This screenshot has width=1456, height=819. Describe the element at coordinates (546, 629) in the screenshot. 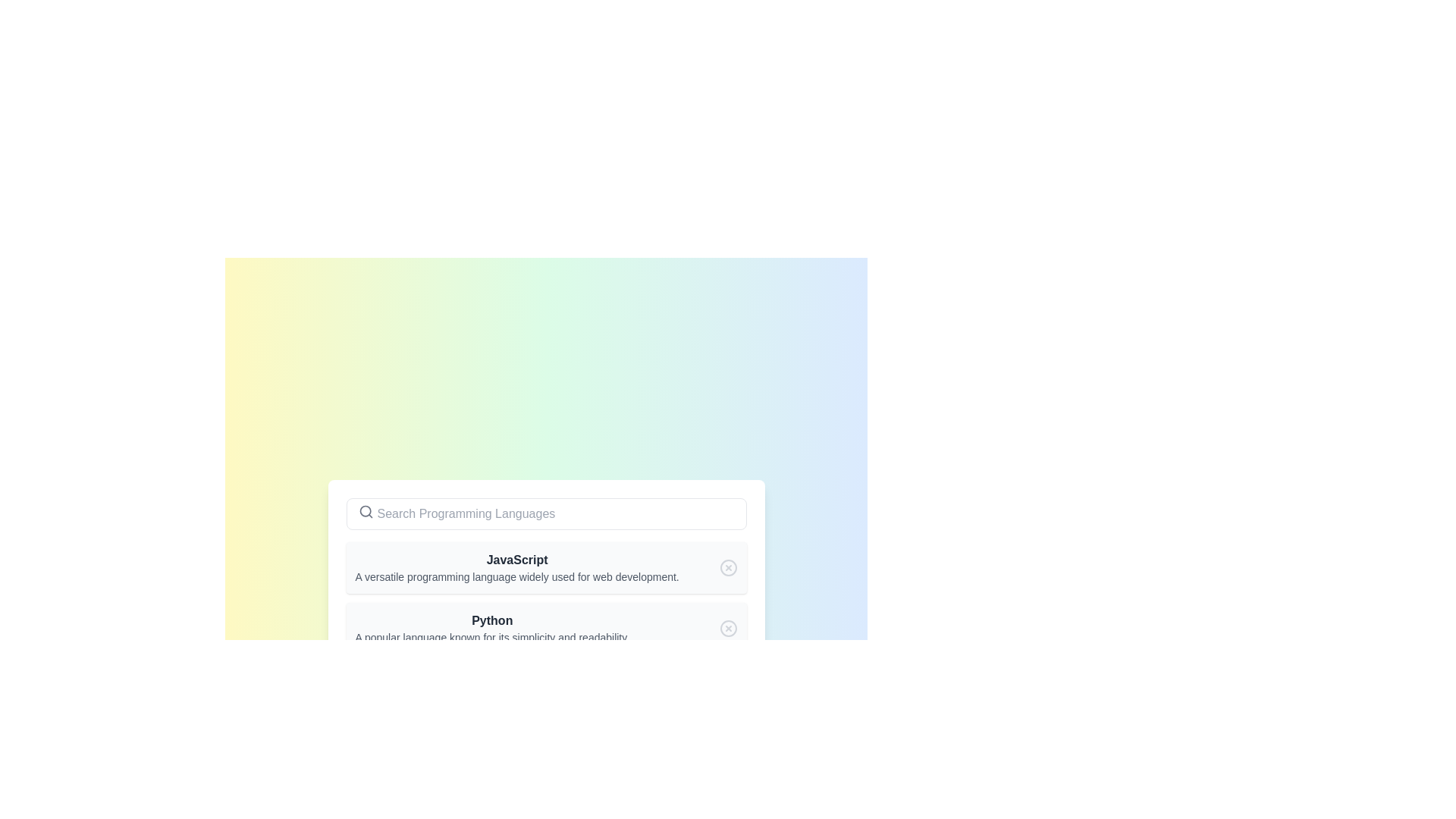

I see `the 'Python' list item component which features a bold title and a descriptive subtitle` at that location.